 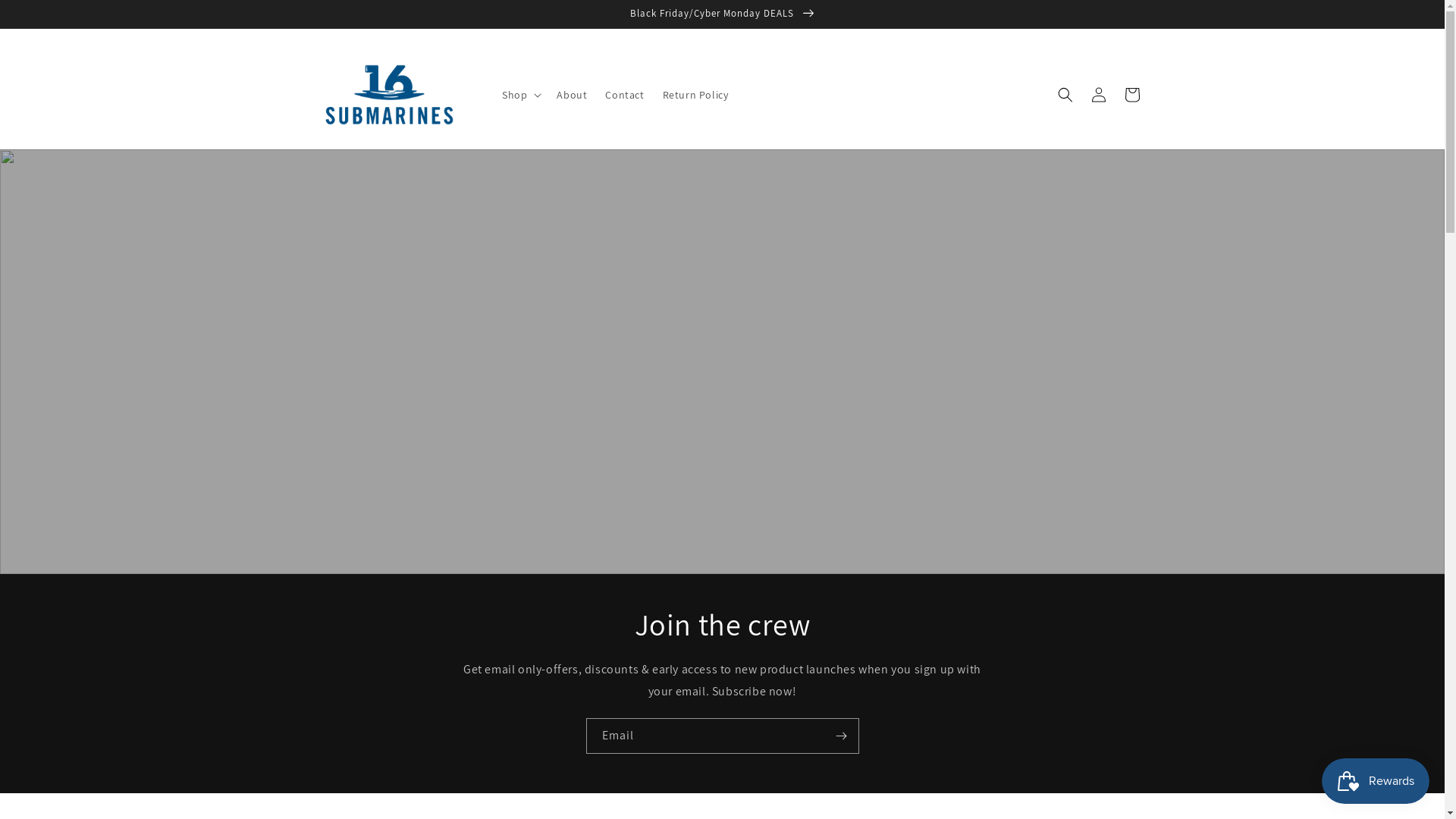 I want to click on 'Log in', so click(x=1098, y=94).